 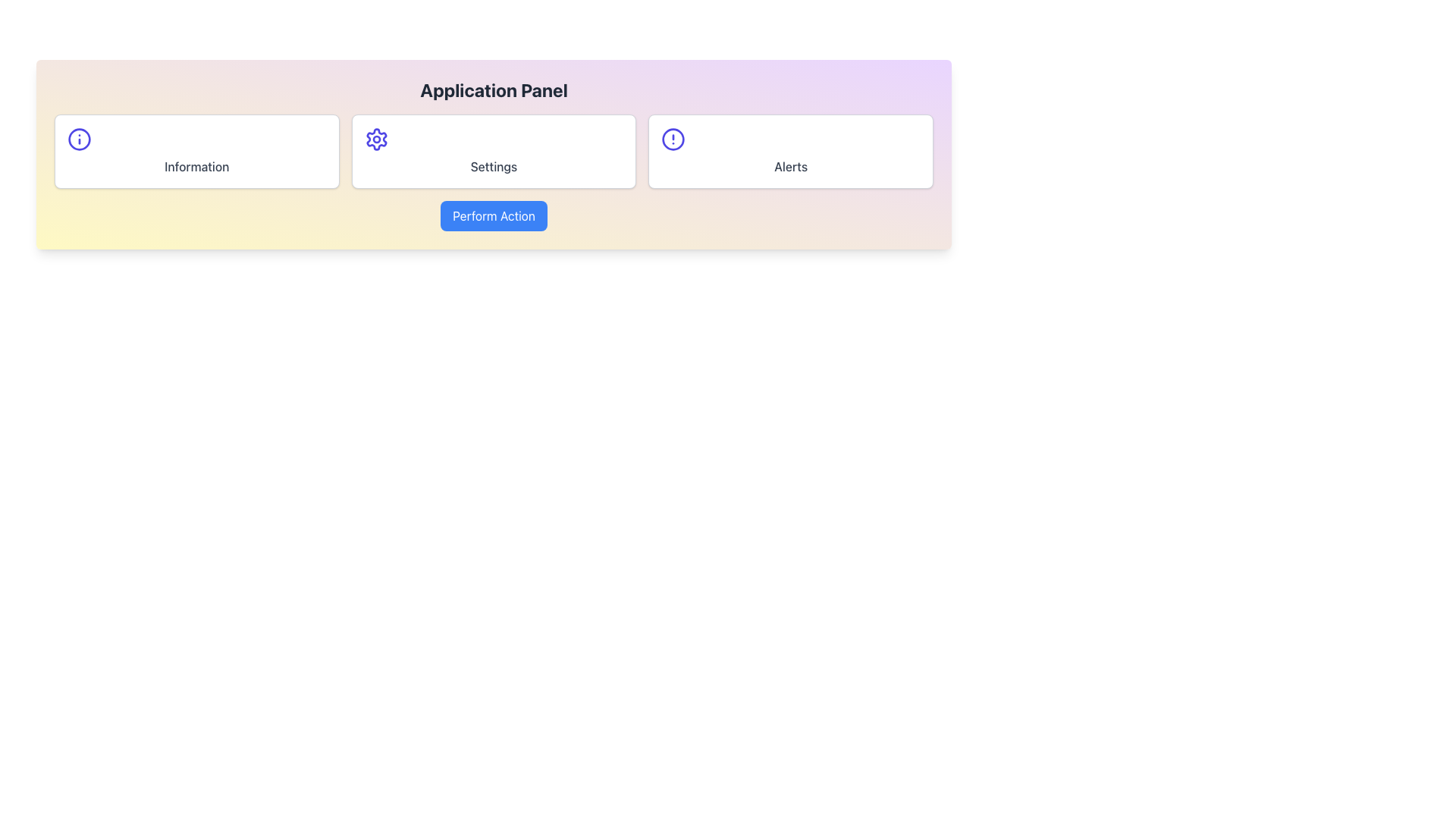 What do you see at coordinates (790, 166) in the screenshot?
I see `the 'Alerts' text label located at the bottom of the card on the rightmost side of three horizontally aligned cards` at bounding box center [790, 166].